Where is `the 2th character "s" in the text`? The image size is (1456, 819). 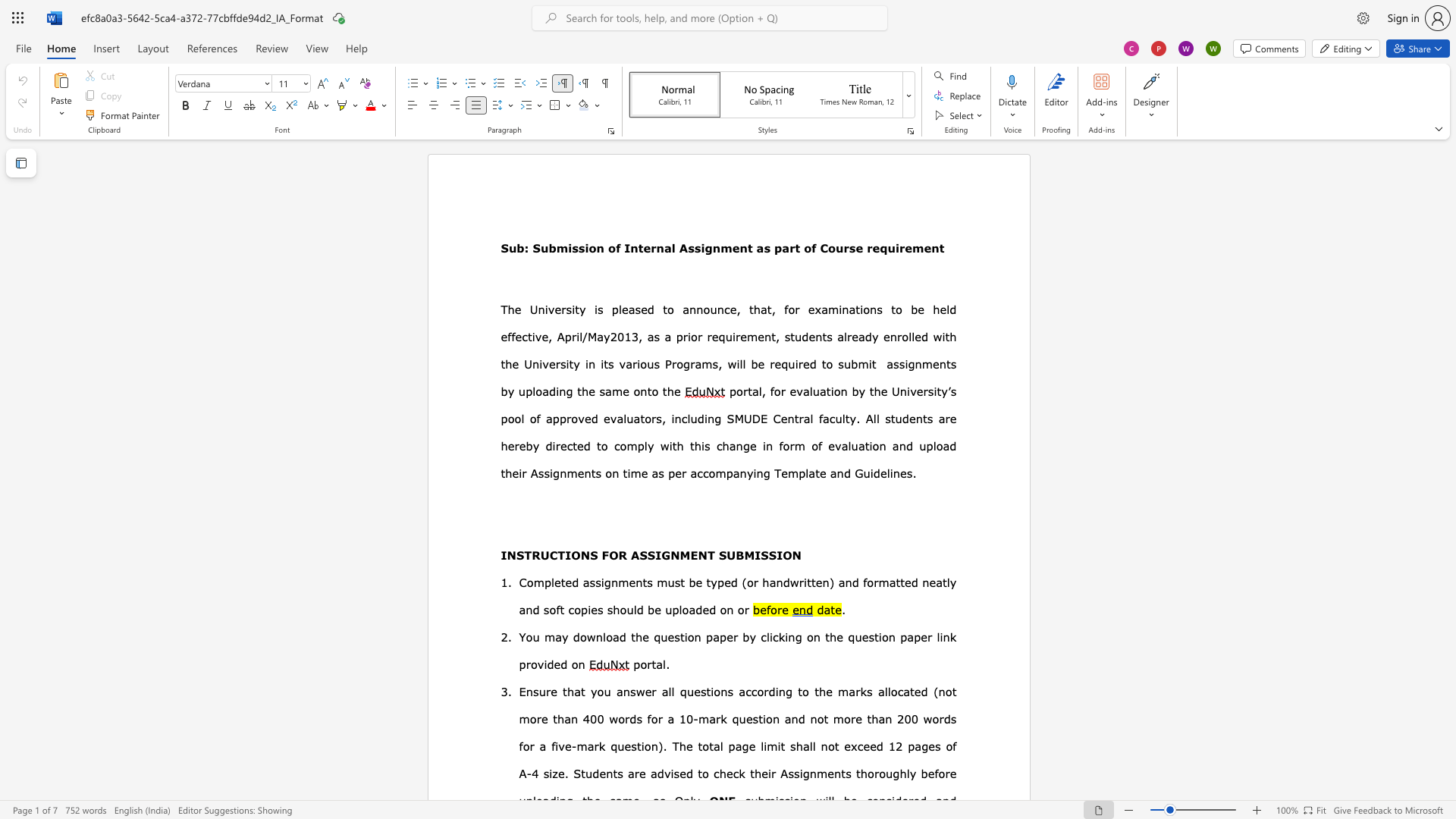
the 2th character "s" in the text is located at coordinates (896, 363).